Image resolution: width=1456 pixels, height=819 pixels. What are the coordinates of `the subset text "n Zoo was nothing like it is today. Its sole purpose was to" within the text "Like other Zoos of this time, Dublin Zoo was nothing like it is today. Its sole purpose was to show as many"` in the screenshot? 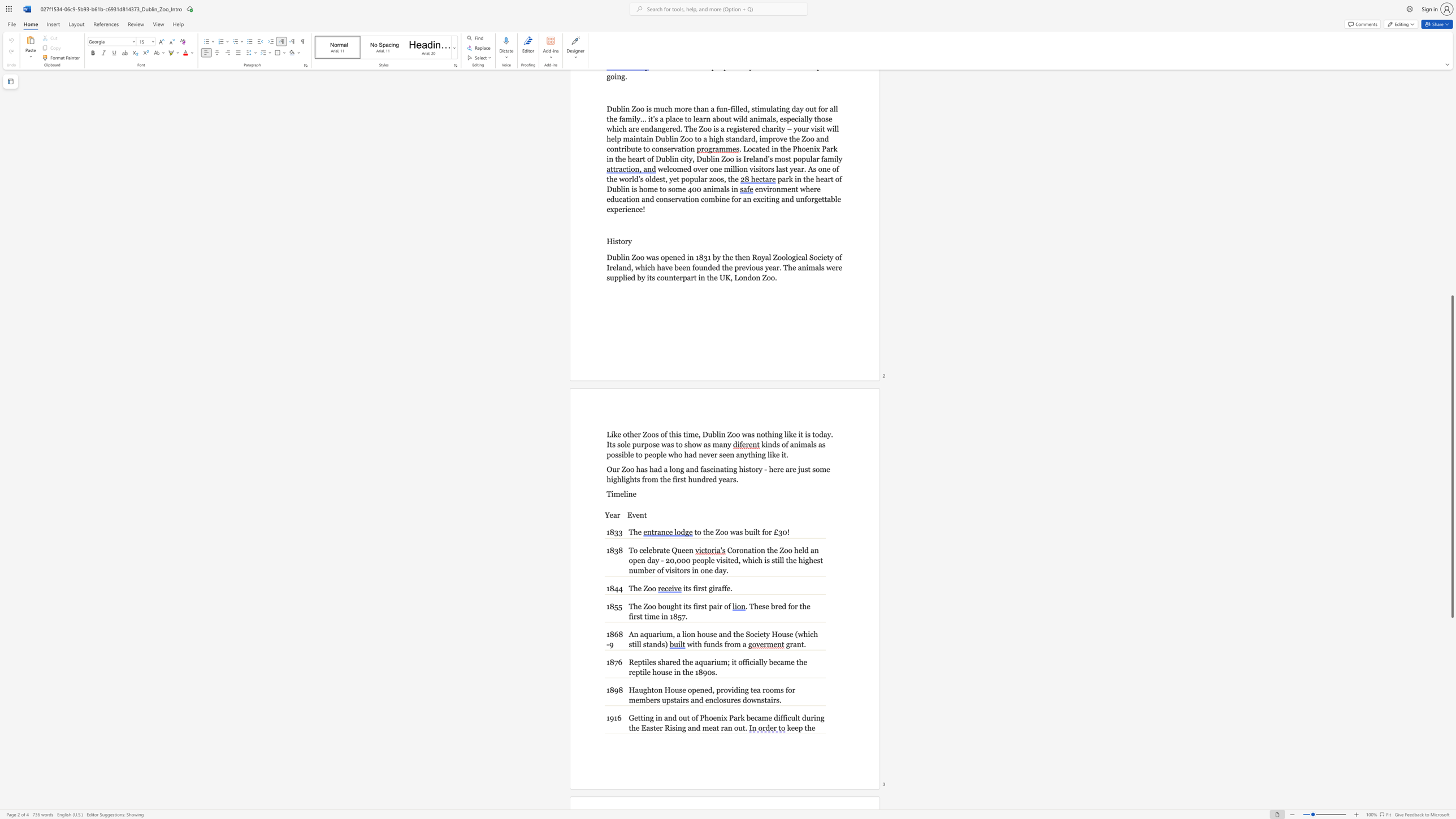 It's located at (721, 434).